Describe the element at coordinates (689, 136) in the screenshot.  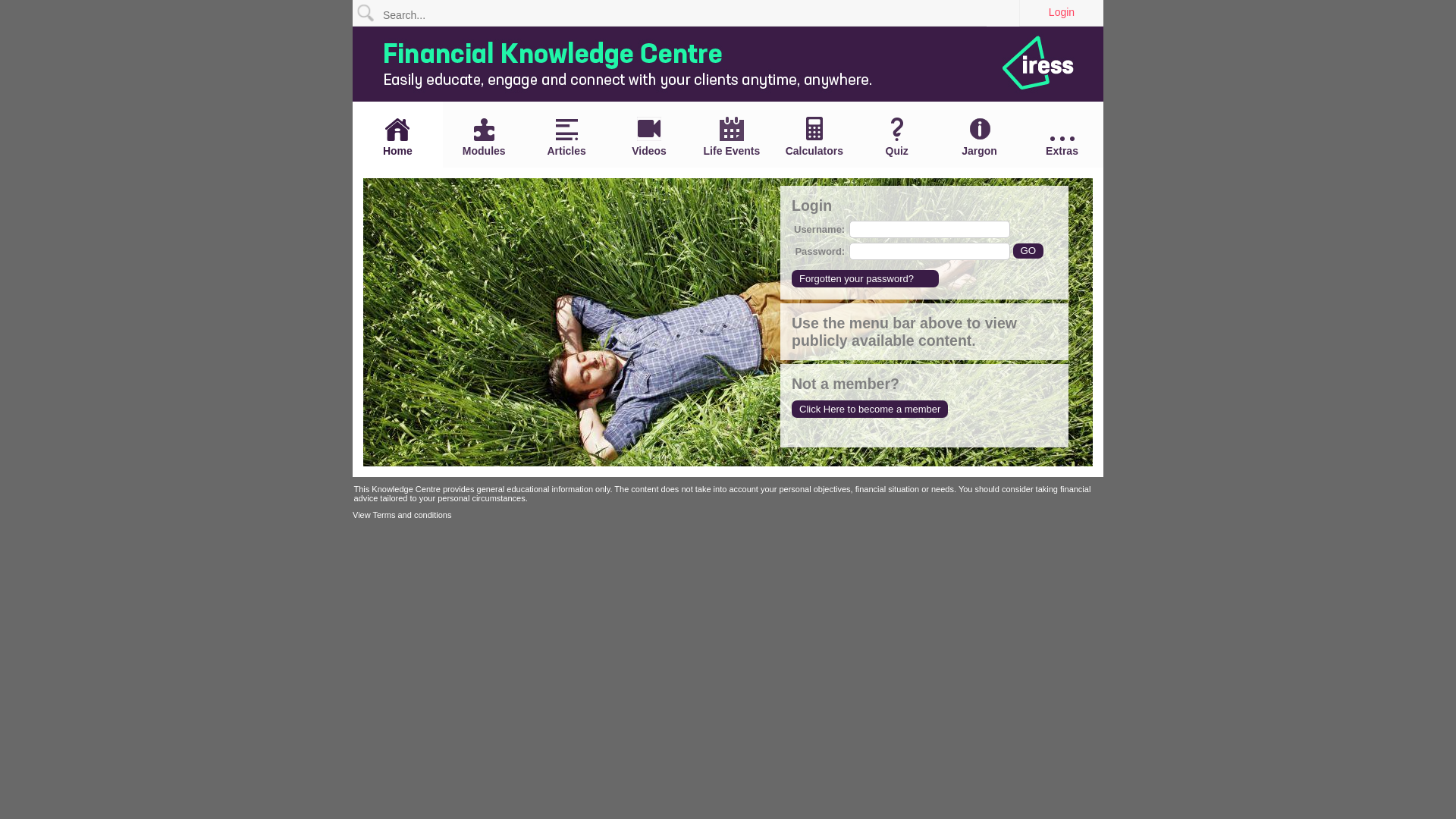
I see `'Life Events'` at that location.